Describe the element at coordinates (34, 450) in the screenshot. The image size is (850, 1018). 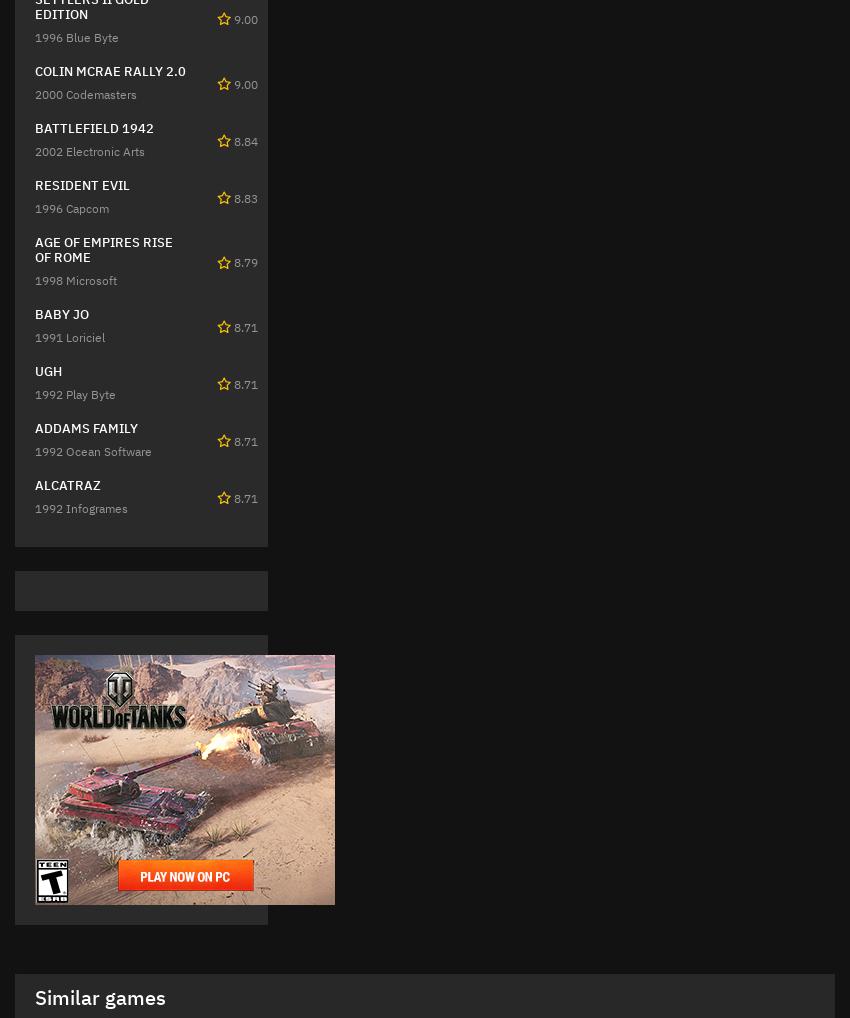
I see `'1992 Ocean Software'` at that location.